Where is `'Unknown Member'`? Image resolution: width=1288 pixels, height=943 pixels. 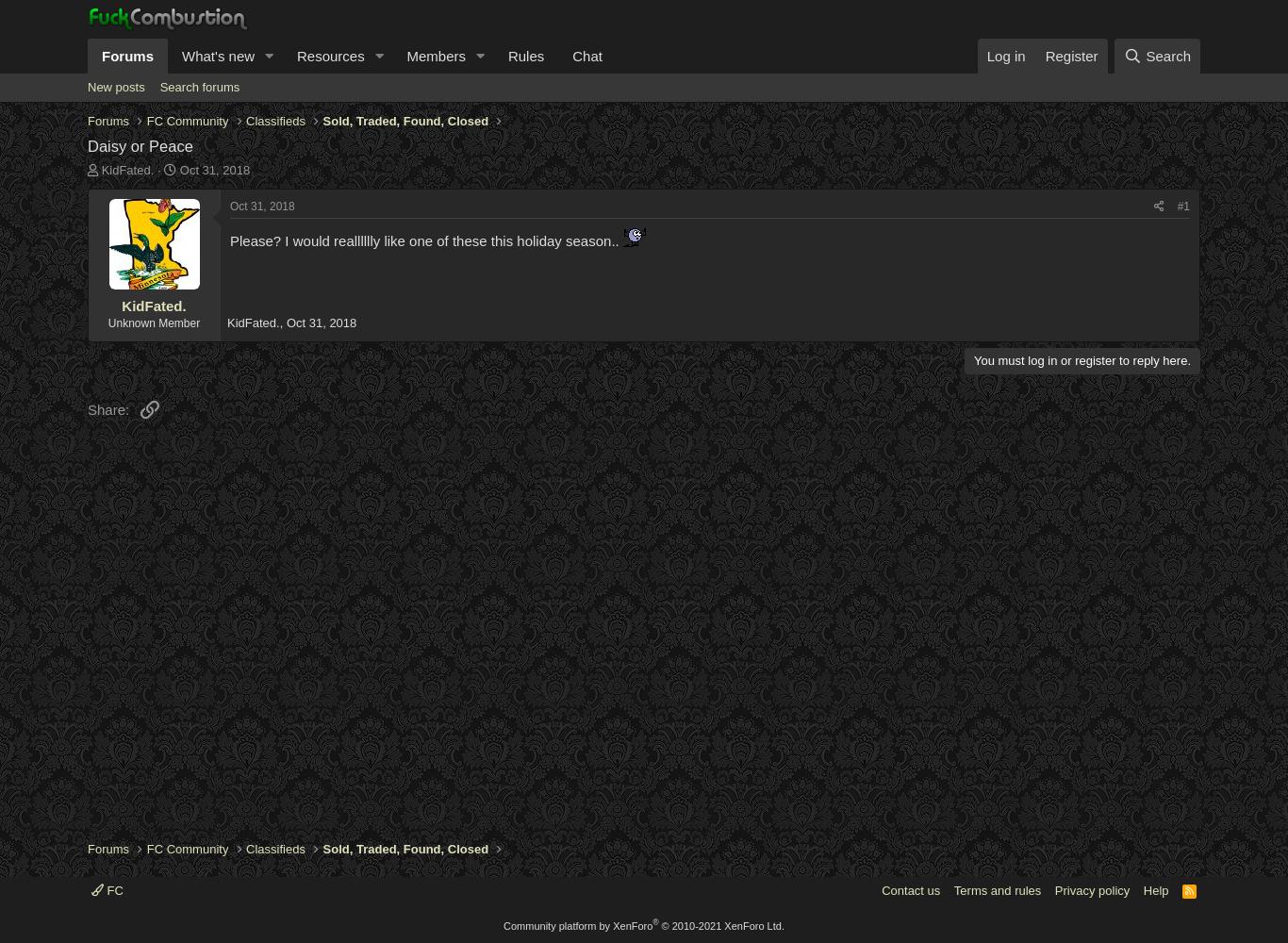
'Unknown Member' is located at coordinates (152, 323).